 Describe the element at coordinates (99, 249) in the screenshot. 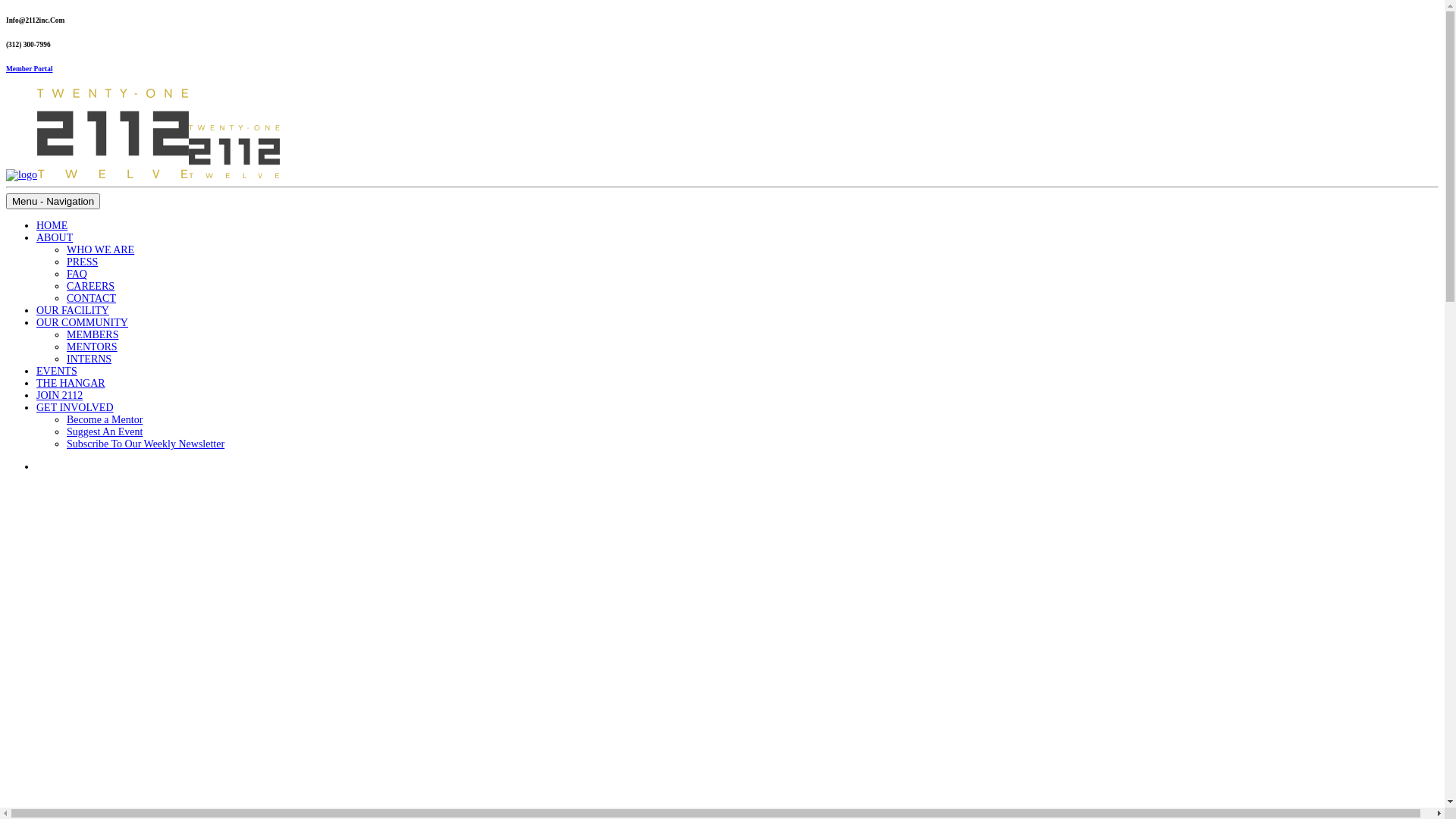

I see `'WHO WE ARE'` at that location.